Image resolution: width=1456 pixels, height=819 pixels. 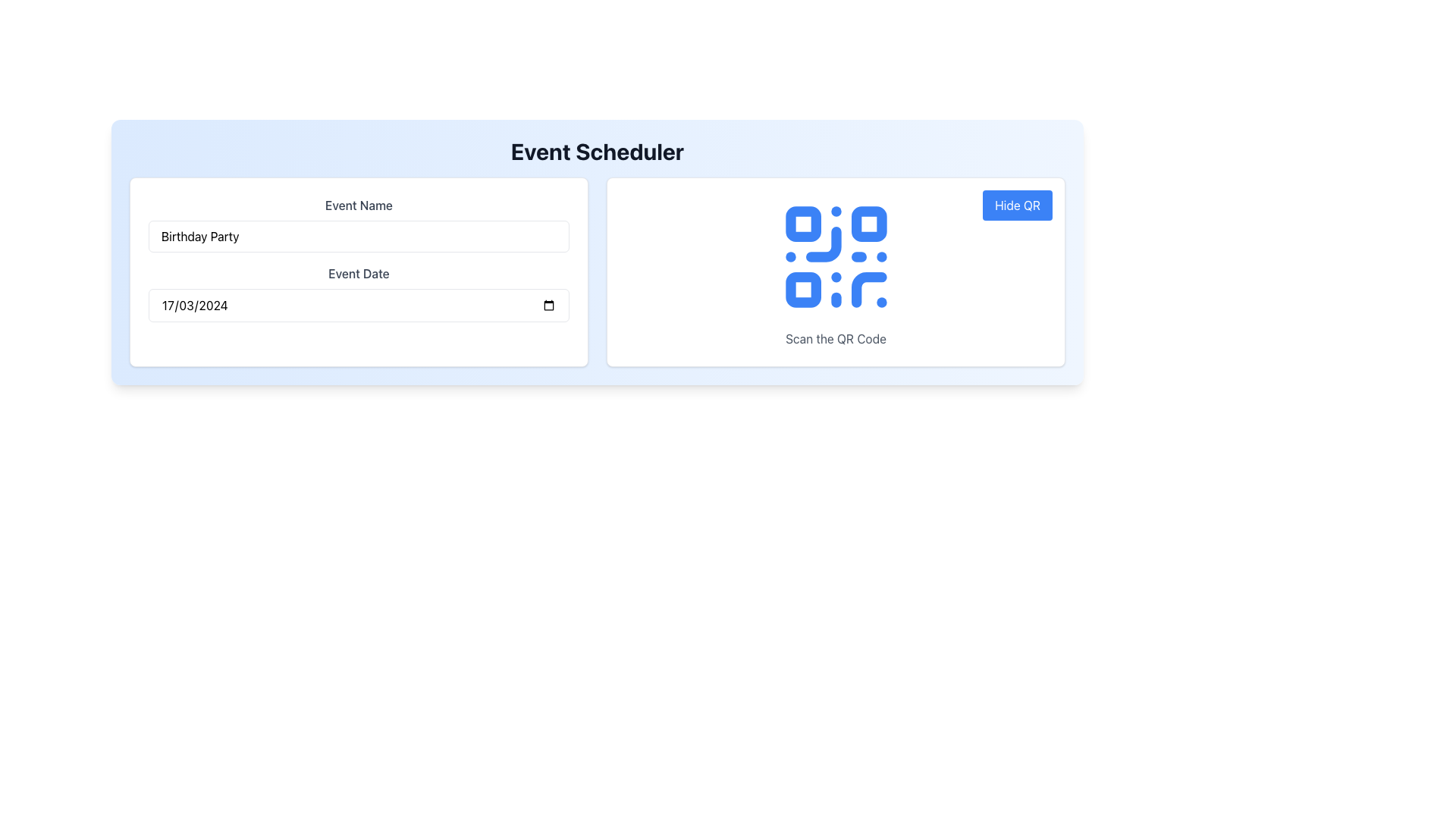 I want to click on the 'Event Date' label, which is displayed in bold gray text and positioned below the 'Event Name' label, so click(x=358, y=274).